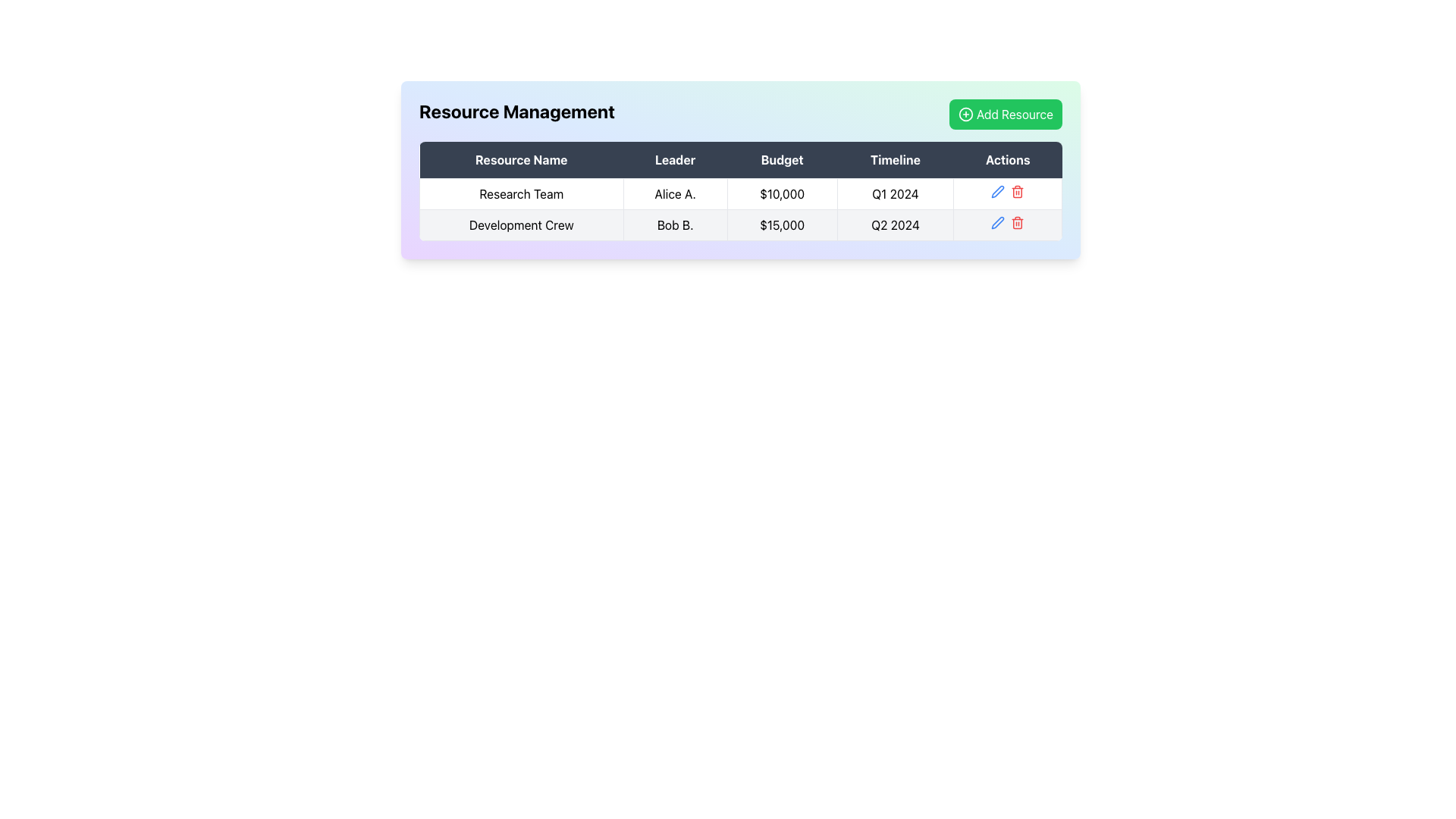  Describe the element at coordinates (895, 160) in the screenshot. I see `the 'Timeline' column header in the table` at that location.